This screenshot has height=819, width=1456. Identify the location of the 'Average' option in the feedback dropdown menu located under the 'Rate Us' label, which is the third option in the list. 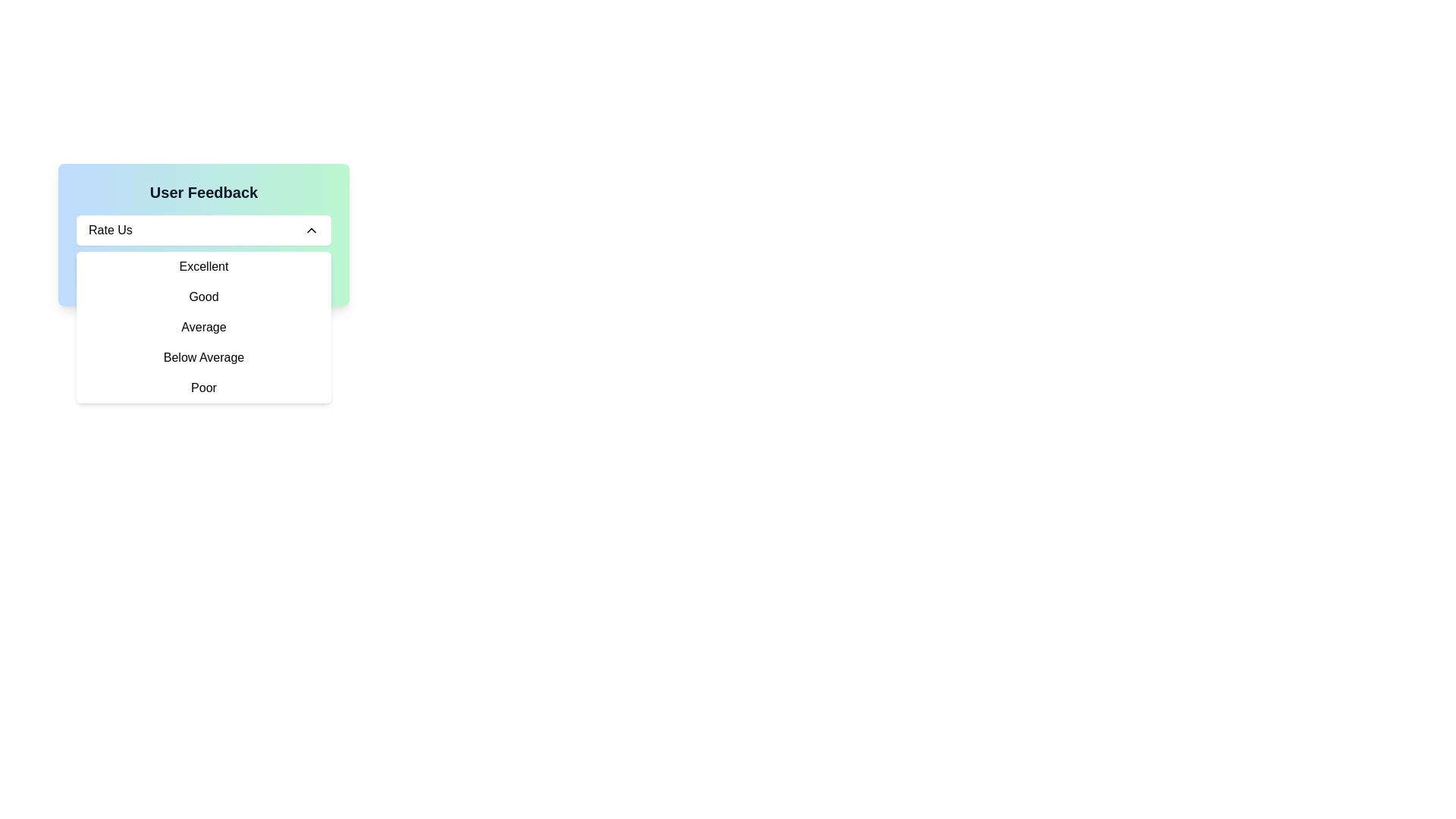
(202, 327).